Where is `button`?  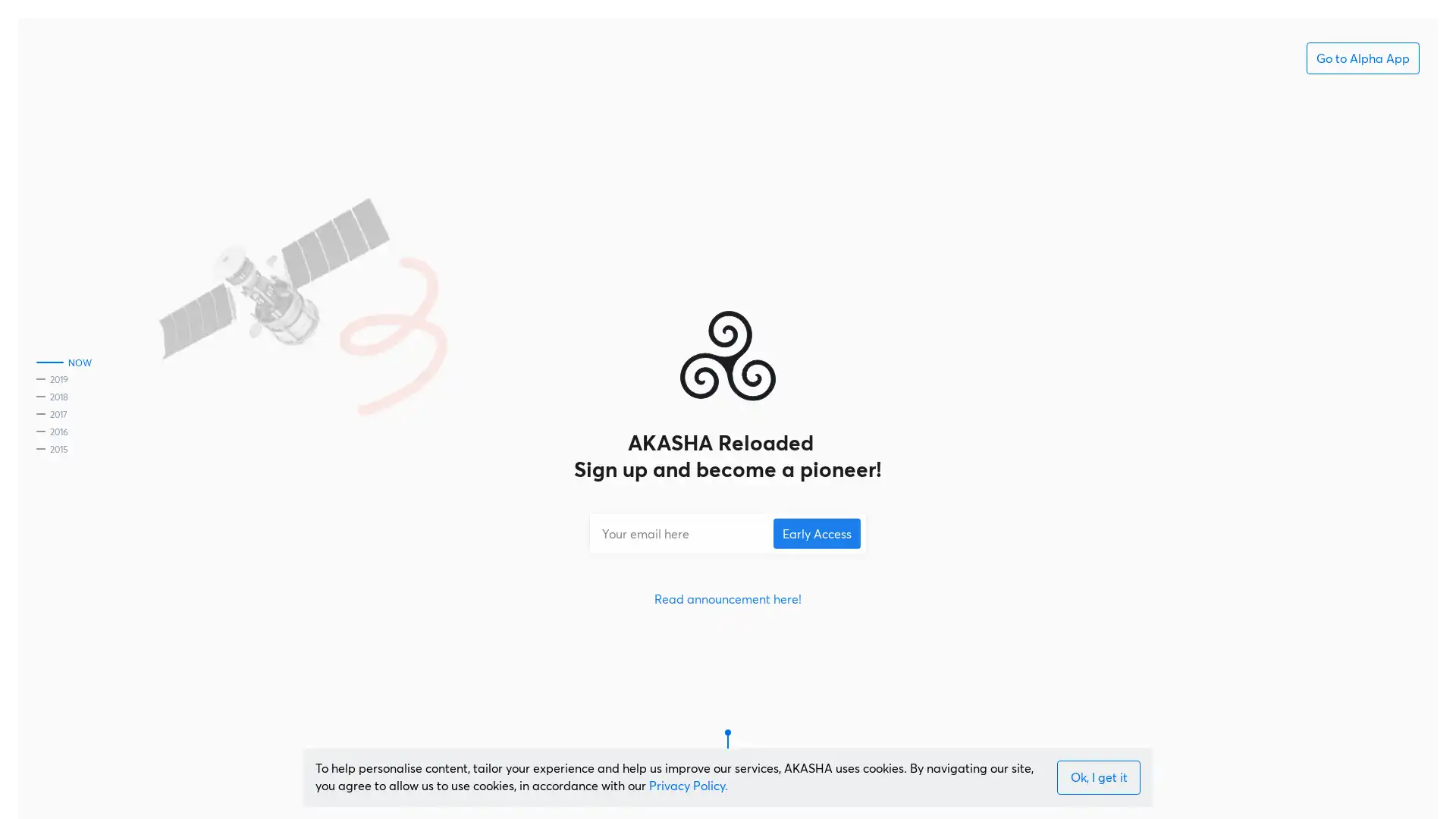 button is located at coordinates (1099, 777).